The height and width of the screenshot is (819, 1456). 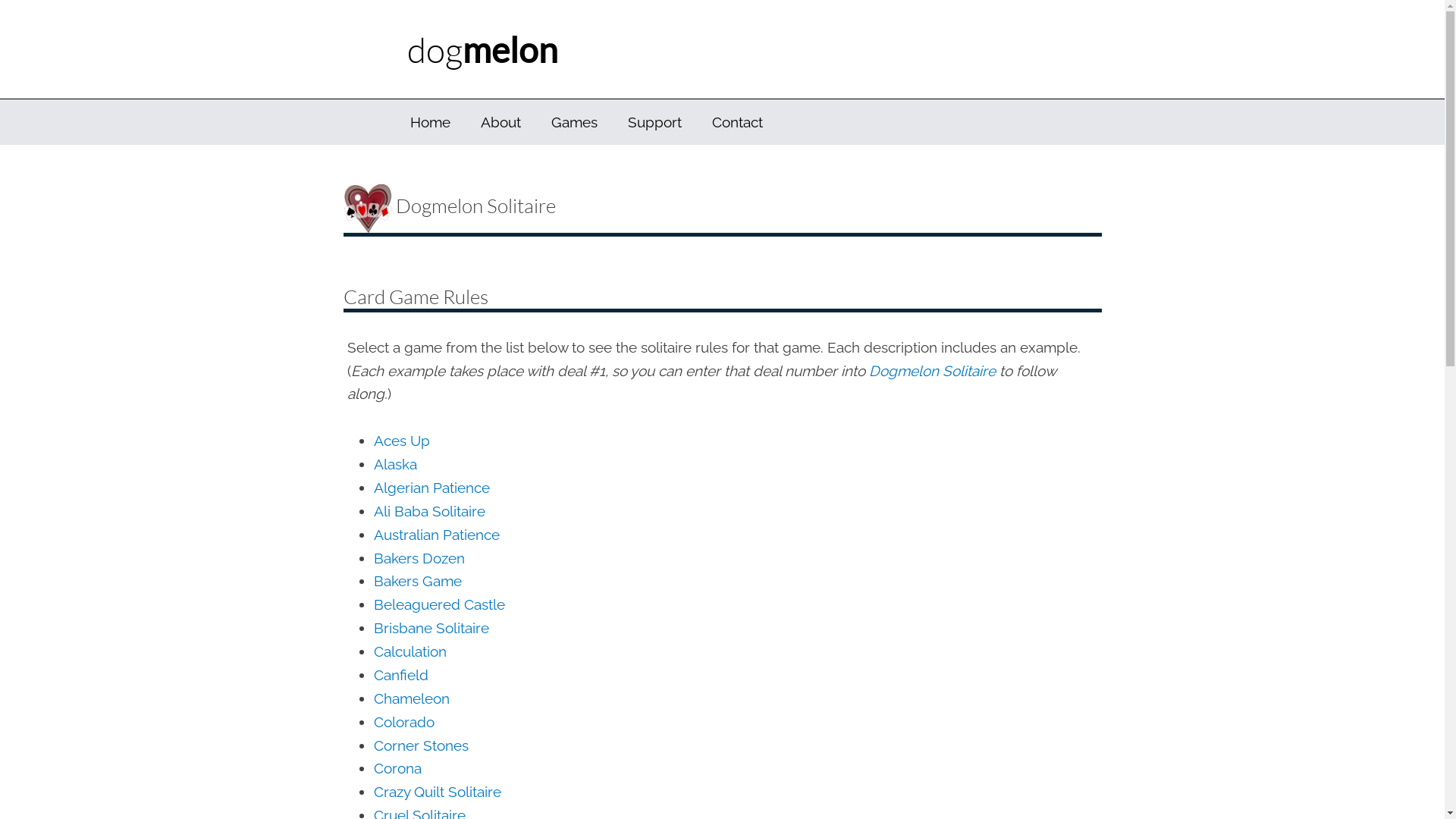 I want to click on 'Chameleon', so click(x=411, y=698).